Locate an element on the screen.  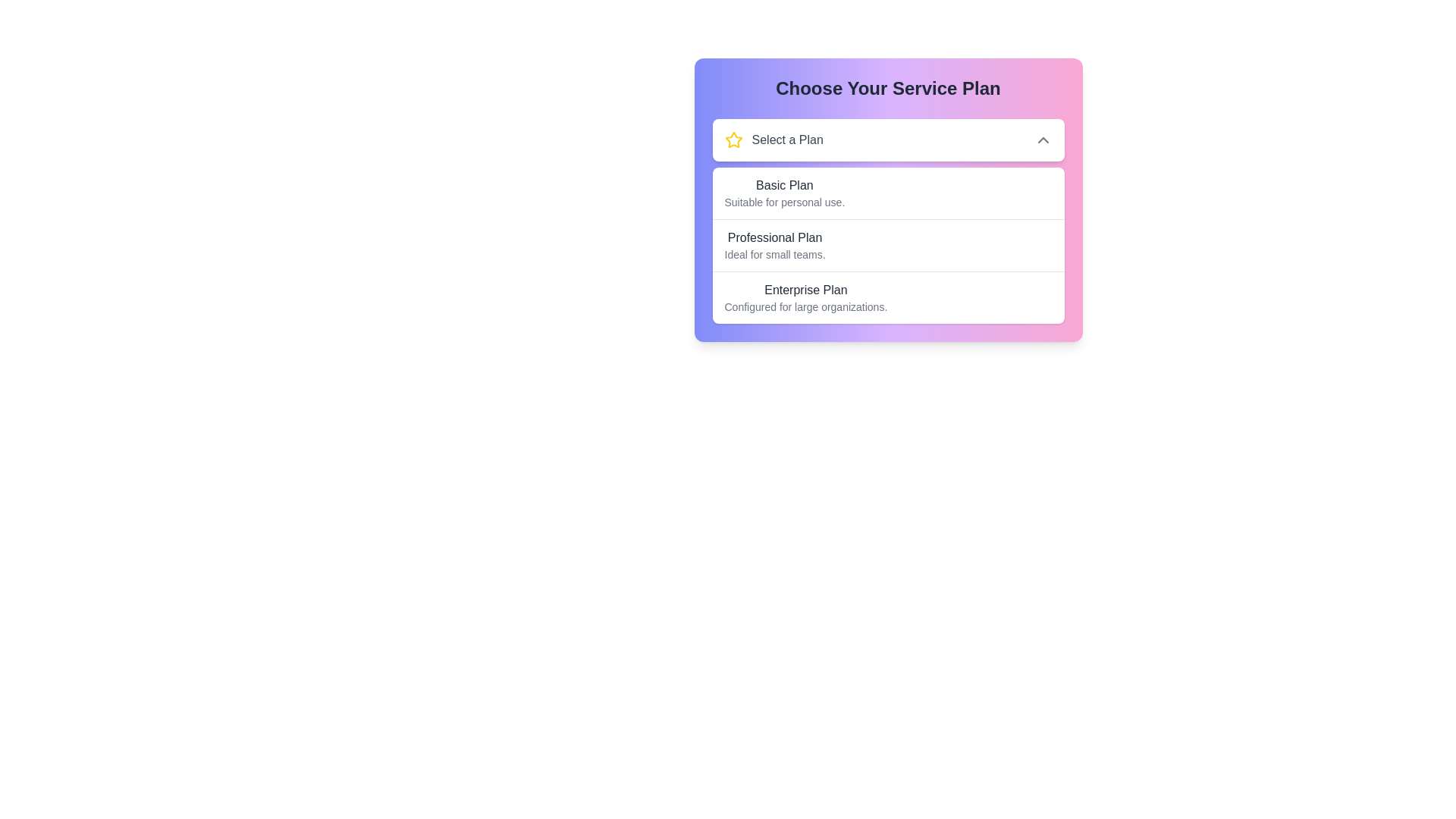
details of the selectable plan item located in the middle of the dropdown section, between the 'Basic Plan' and 'Enterprise Plan' is located at coordinates (888, 245).